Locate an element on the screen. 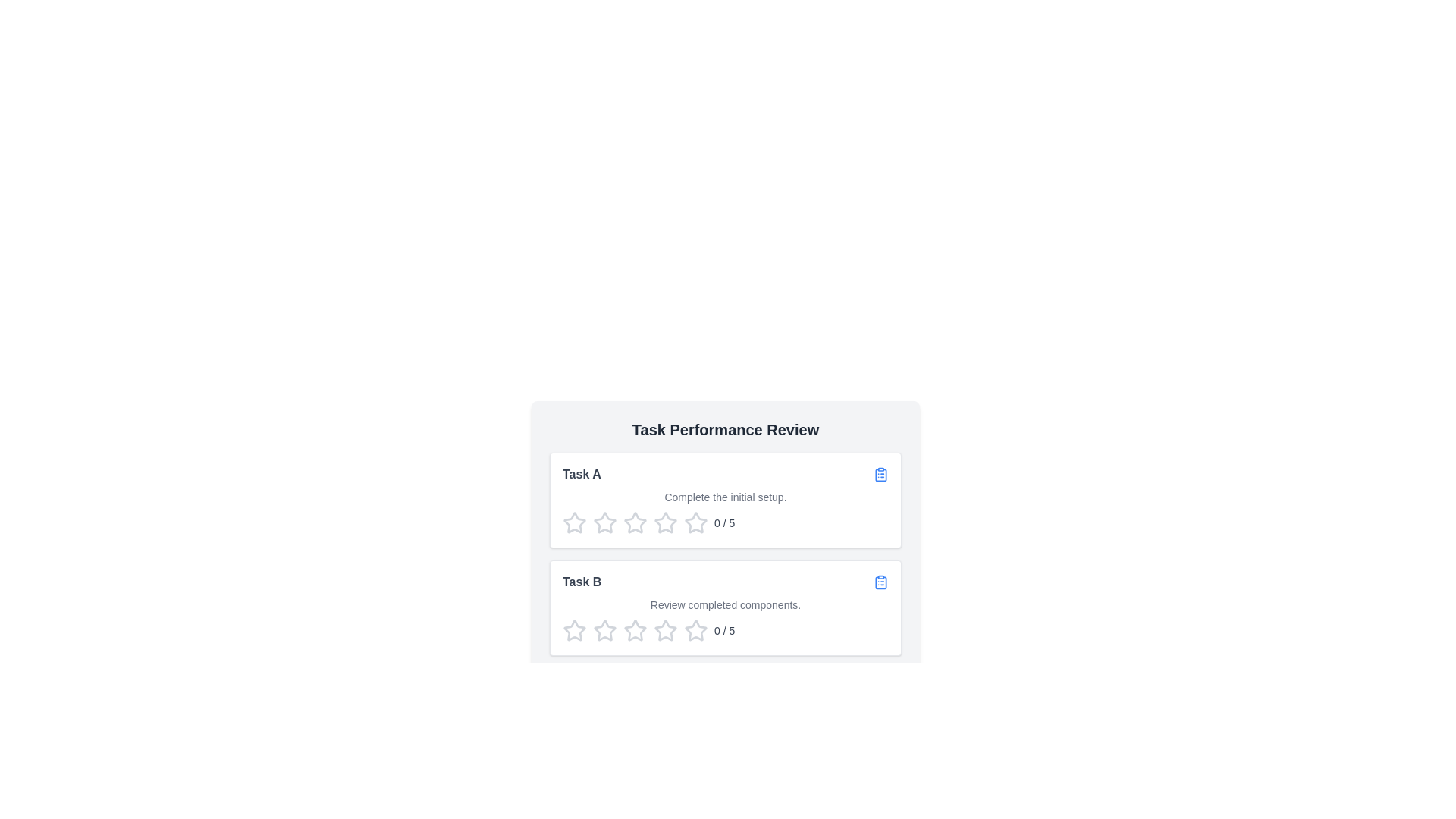 Image resolution: width=1456 pixels, height=819 pixels. the fourth star icon in the 5-star rating system under the 'Task Performance Review' header is located at coordinates (666, 522).